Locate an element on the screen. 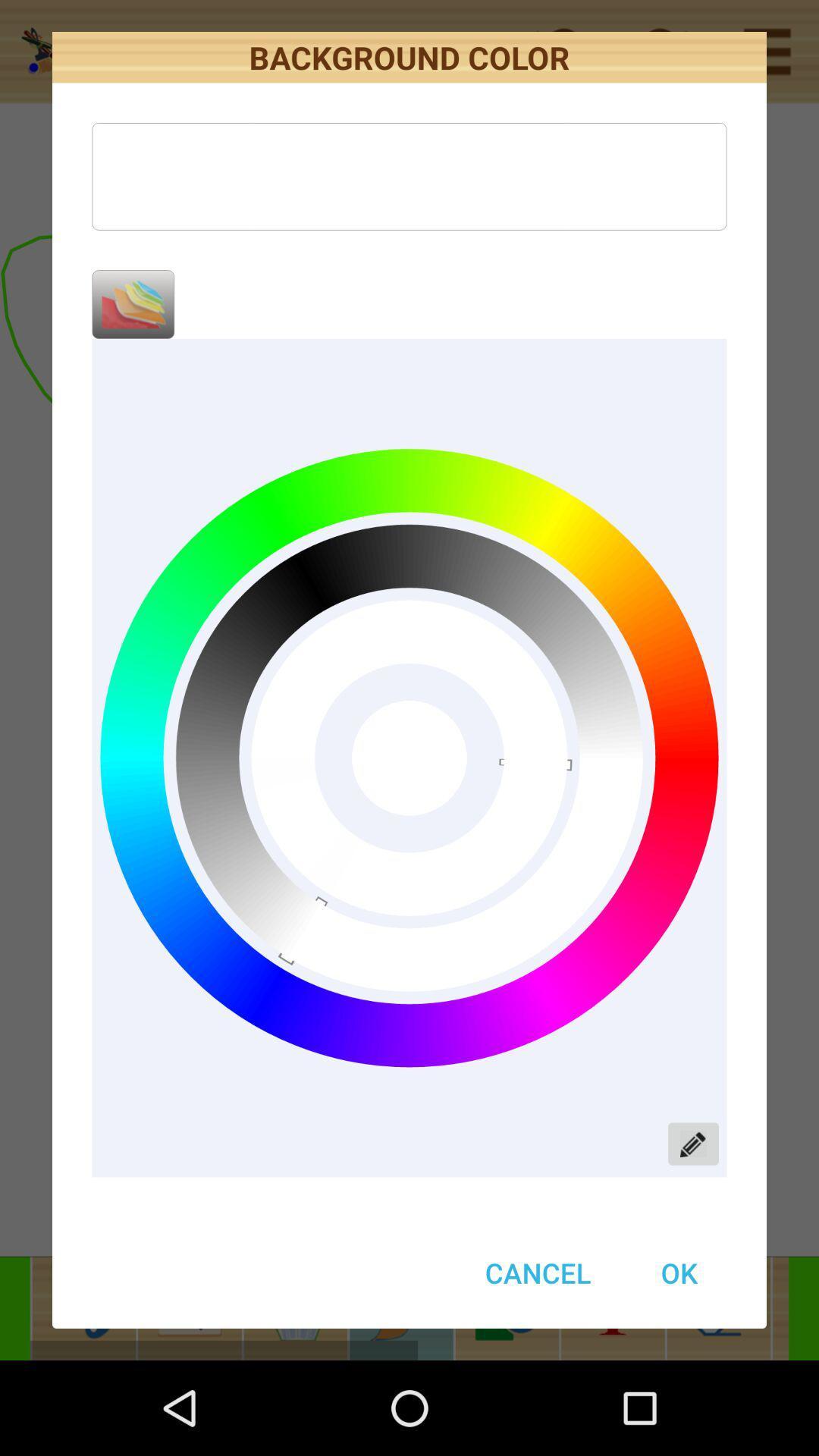  button to the right of the cancel item is located at coordinates (678, 1272).